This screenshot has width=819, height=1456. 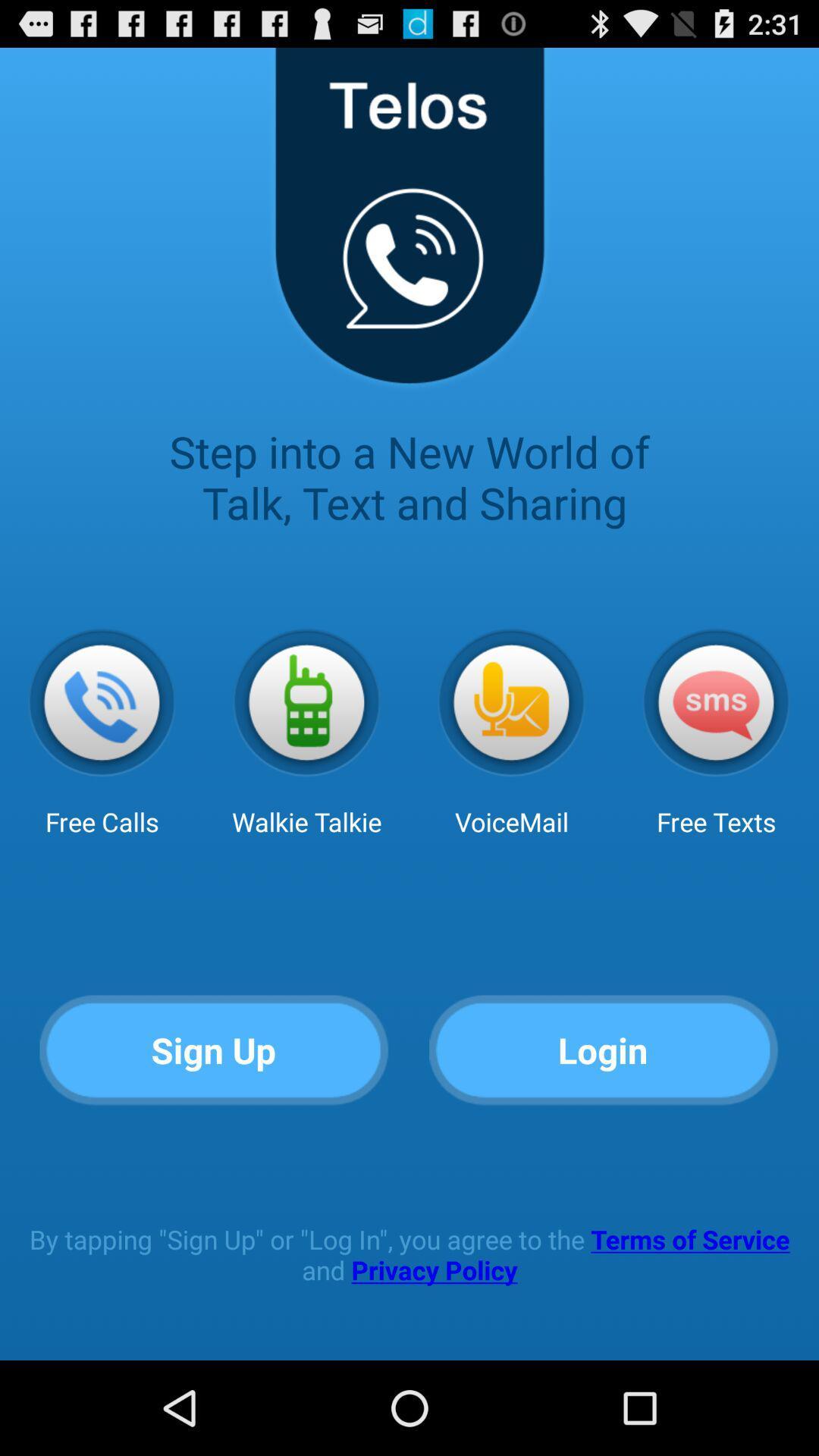 I want to click on the app above the by tapping sign app, so click(x=603, y=1050).